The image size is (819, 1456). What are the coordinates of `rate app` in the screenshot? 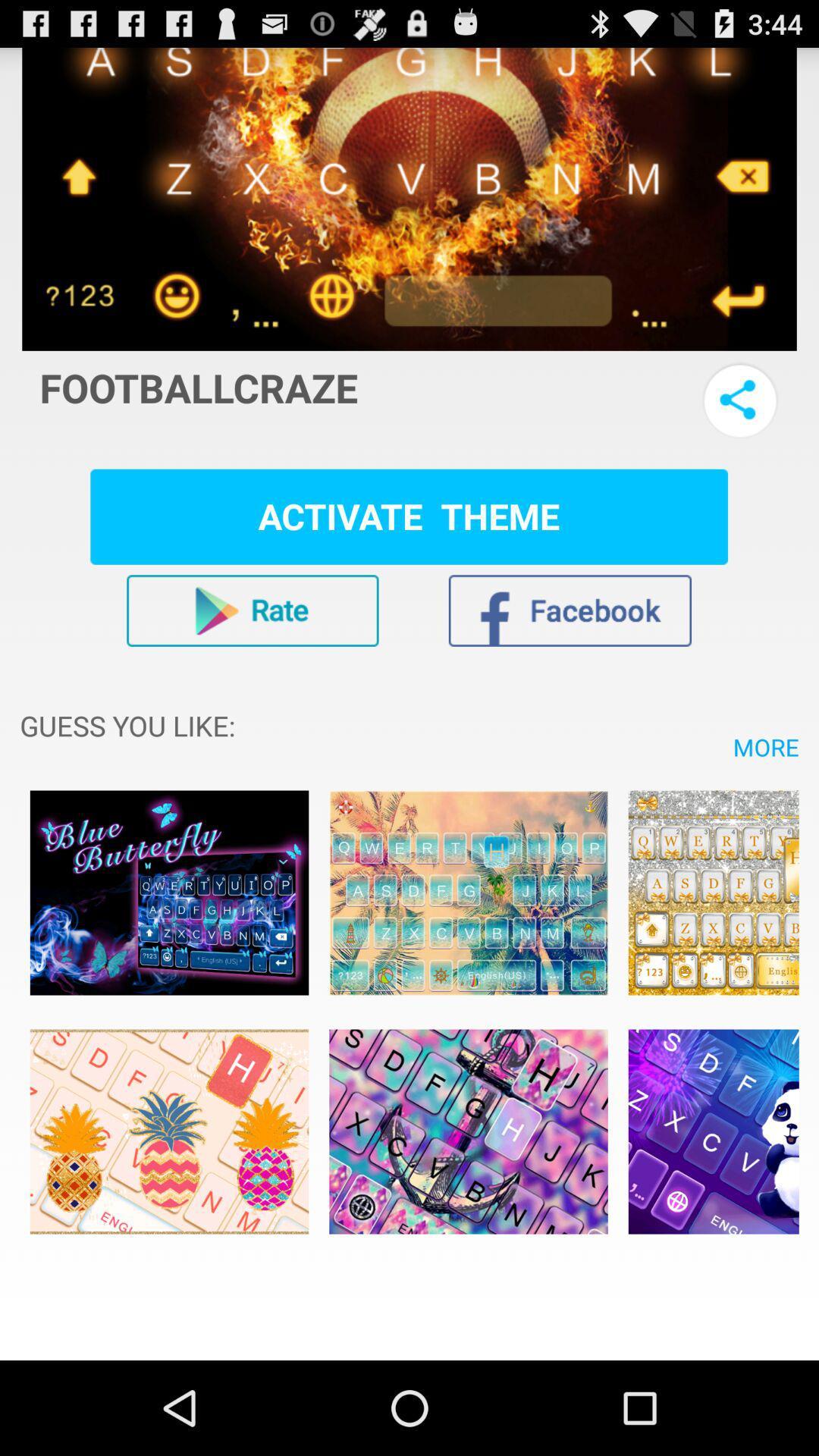 It's located at (252, 610).